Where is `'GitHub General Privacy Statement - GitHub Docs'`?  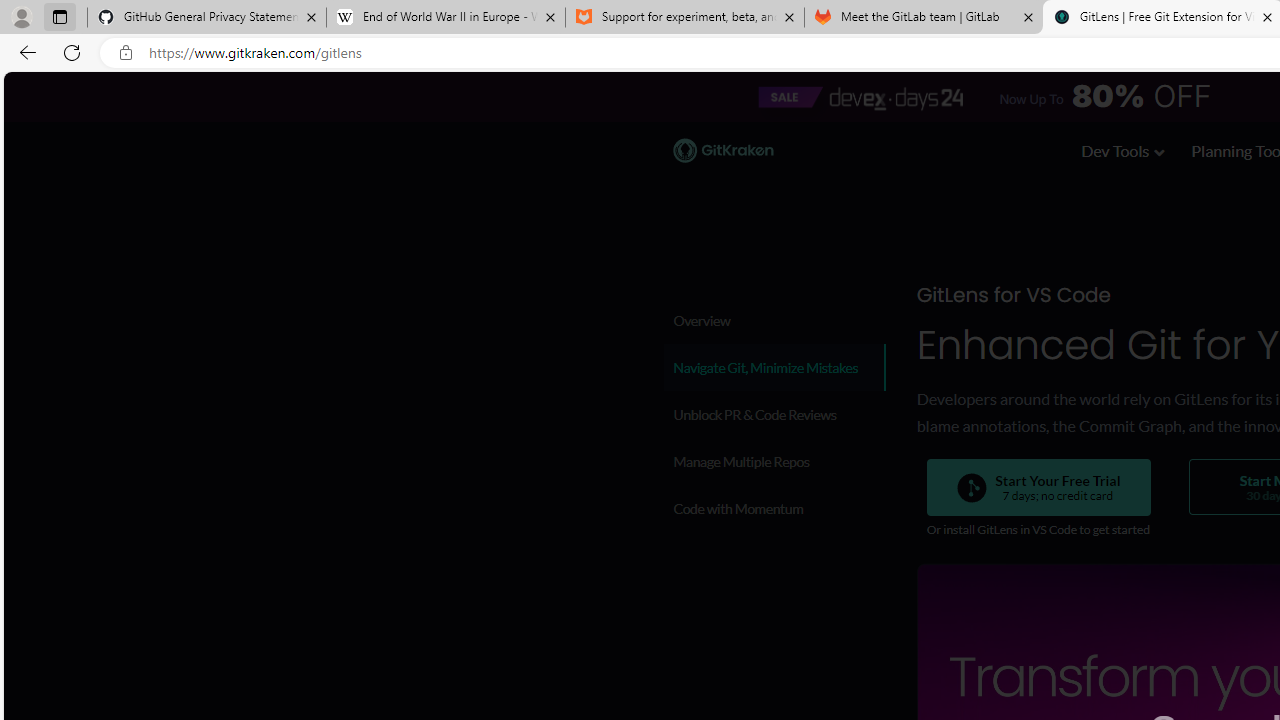
'GitHub General Privacy Statement - GitHub Docs' is located at coordinates (207, 17).